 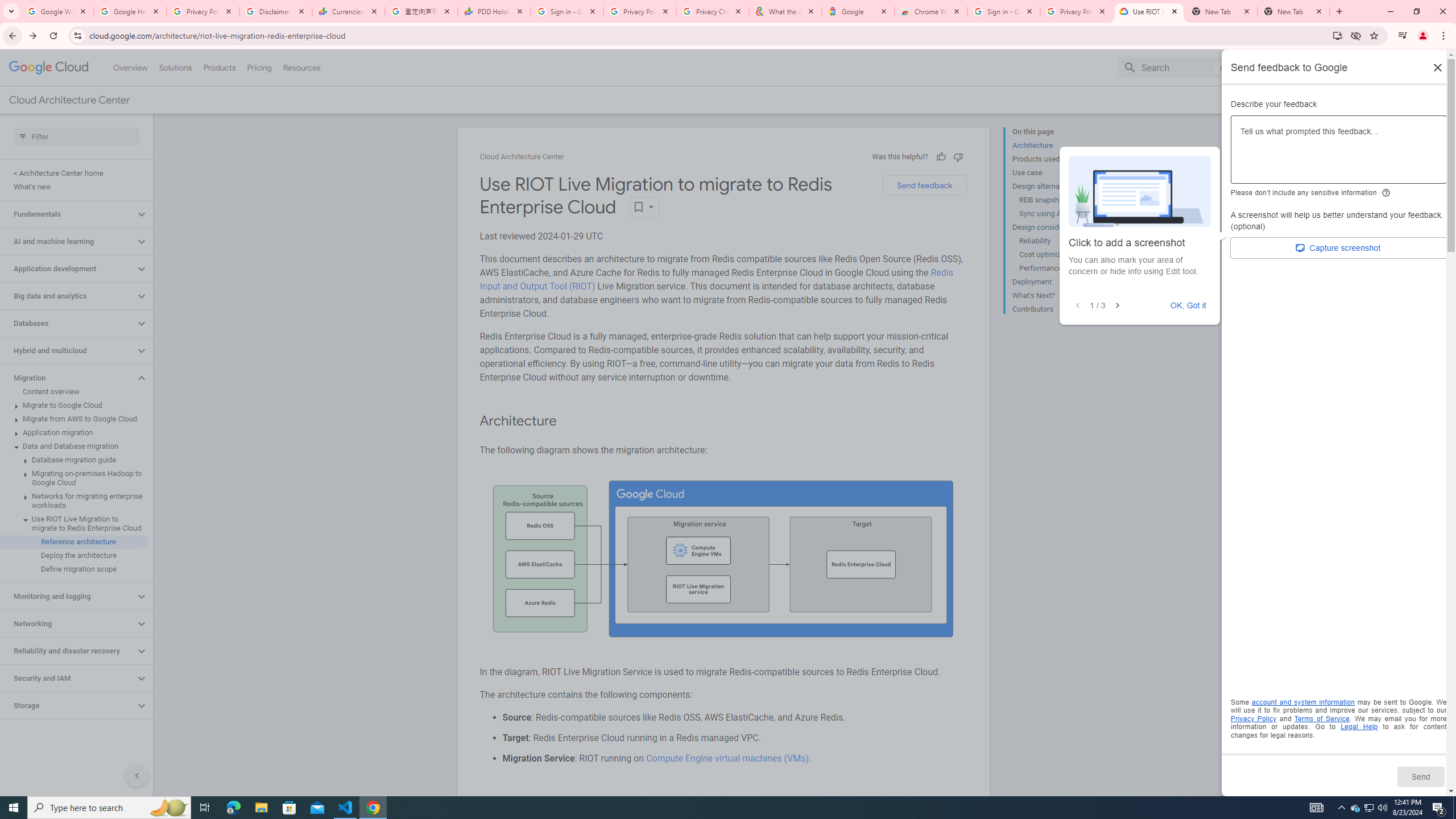 I want to click on 'Cloud Architecture Center', so click(x=522, y=156).